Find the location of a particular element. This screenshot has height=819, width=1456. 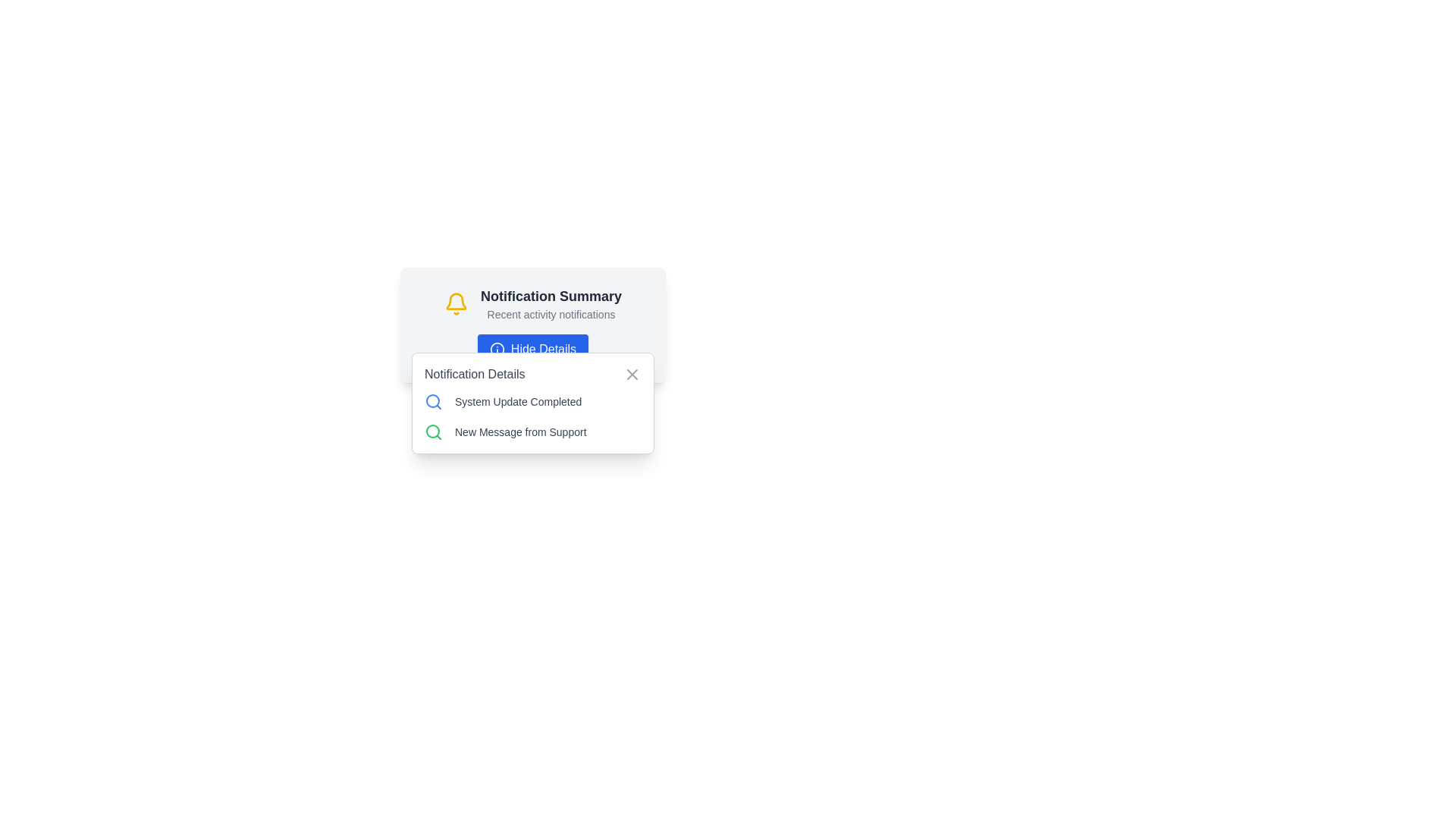

the 'Notification Summary' static text label, which is bold and larger in size, located above the 'Hide Details' blue button and to the right of the yellow bell icon in the notification panel is located at coordinates (550, 304).